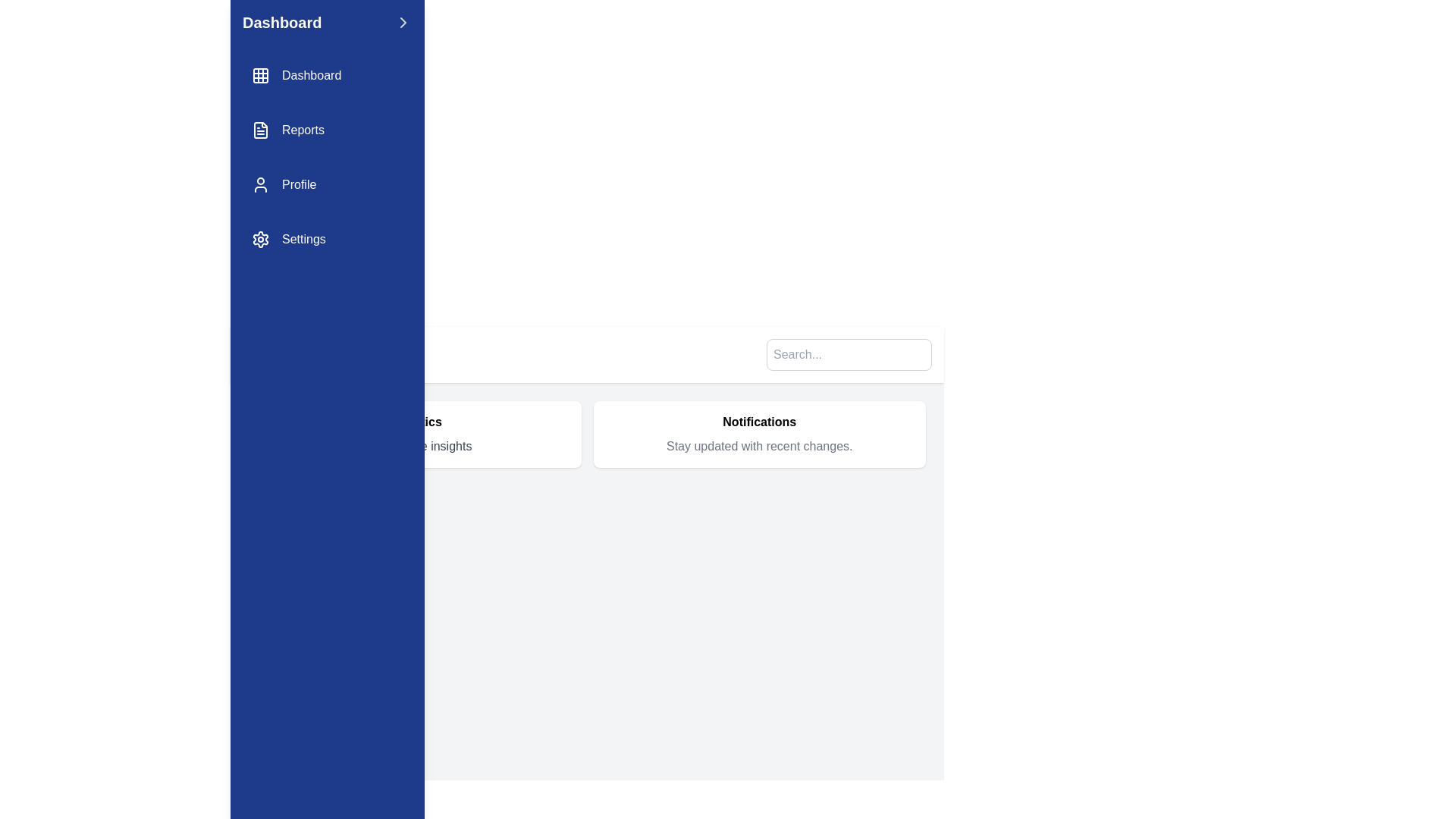 The width and height of the screenshot is (1456, 819). Describe the element at coordinates (759, 422) in the screenshot. I see `the text label indicating 'Notifications', which serves as a title for the notifications section` at that location.